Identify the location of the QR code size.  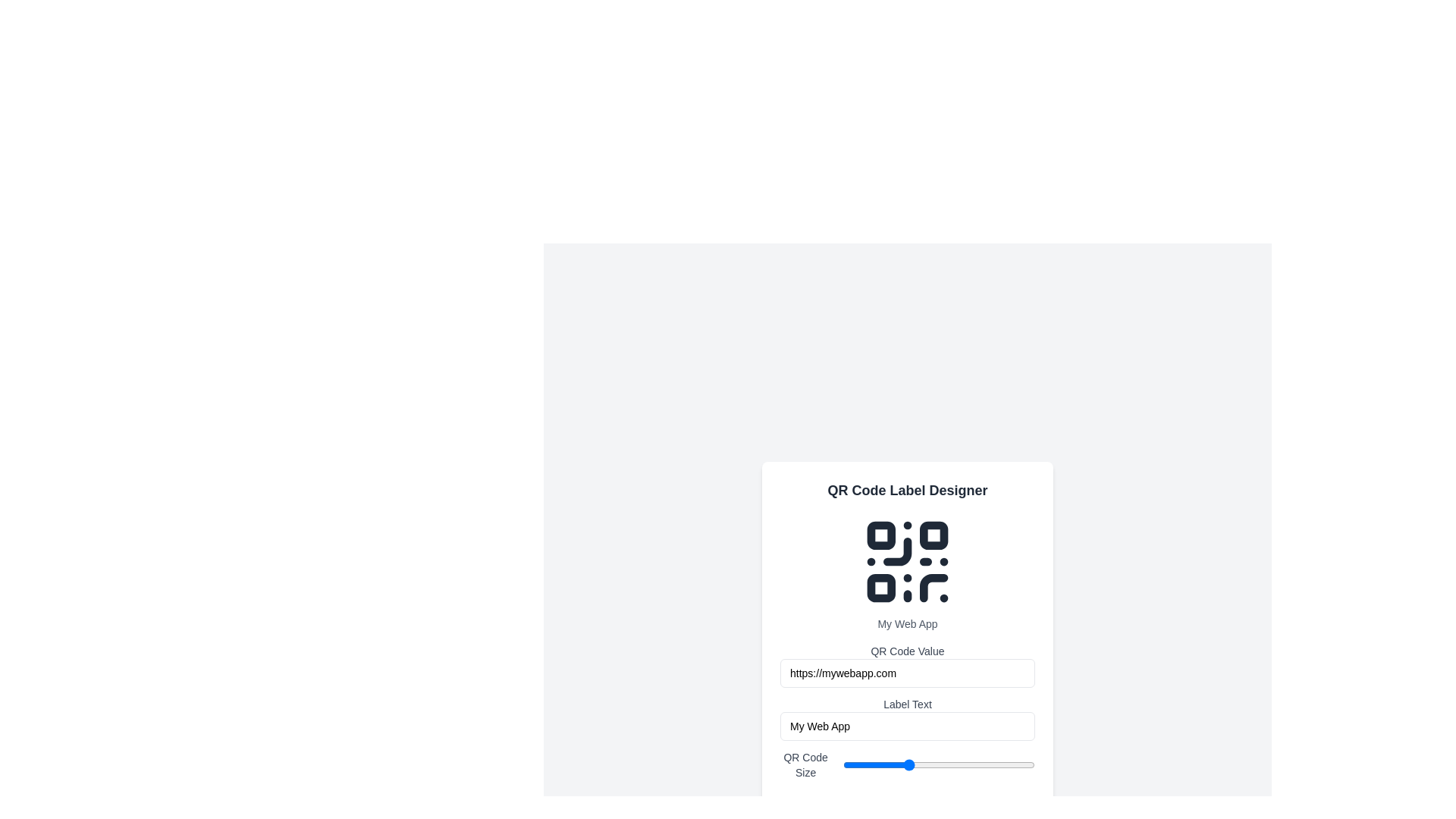
(915, 765).